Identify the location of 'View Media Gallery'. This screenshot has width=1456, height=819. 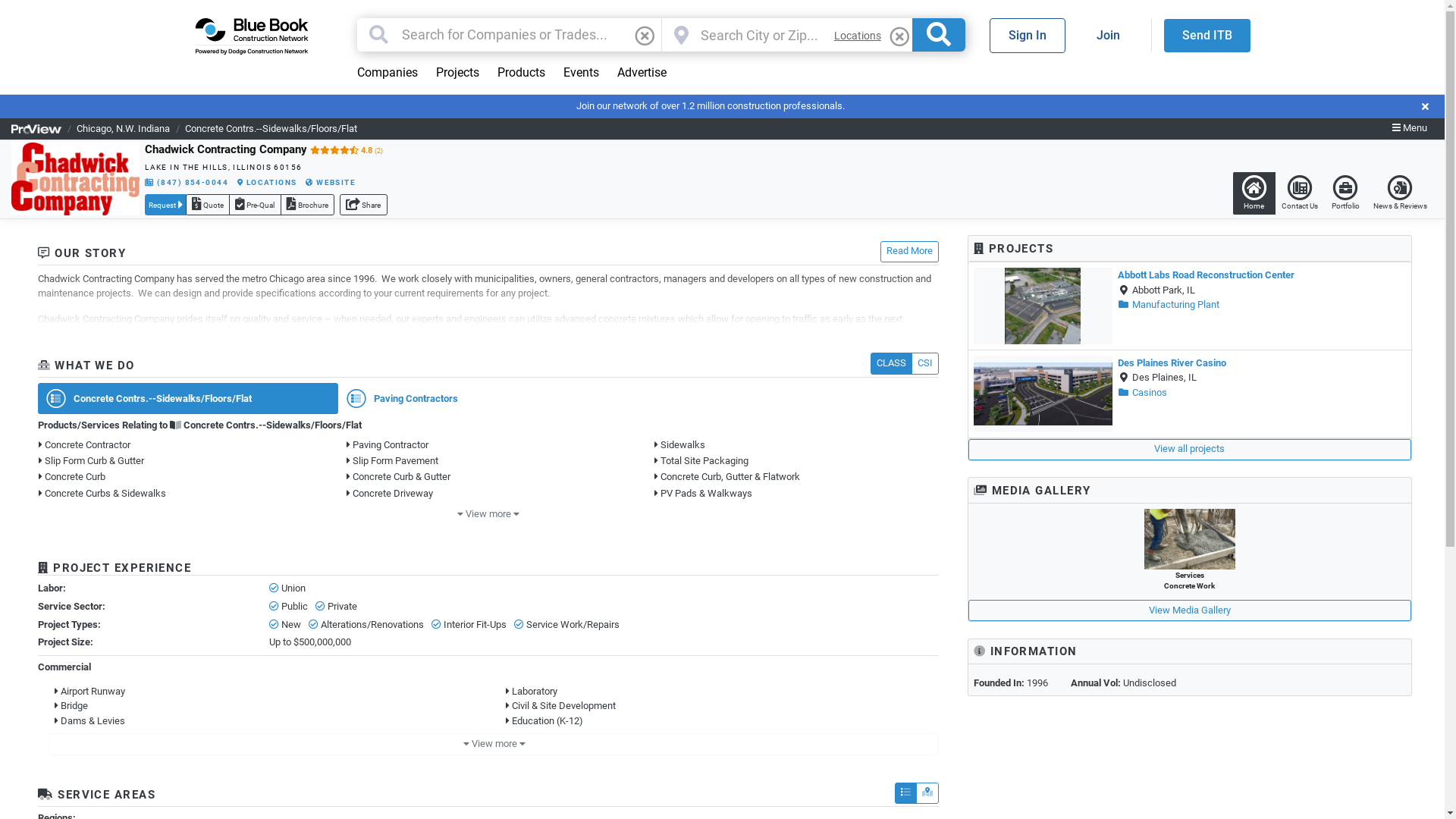
(1189, 610).